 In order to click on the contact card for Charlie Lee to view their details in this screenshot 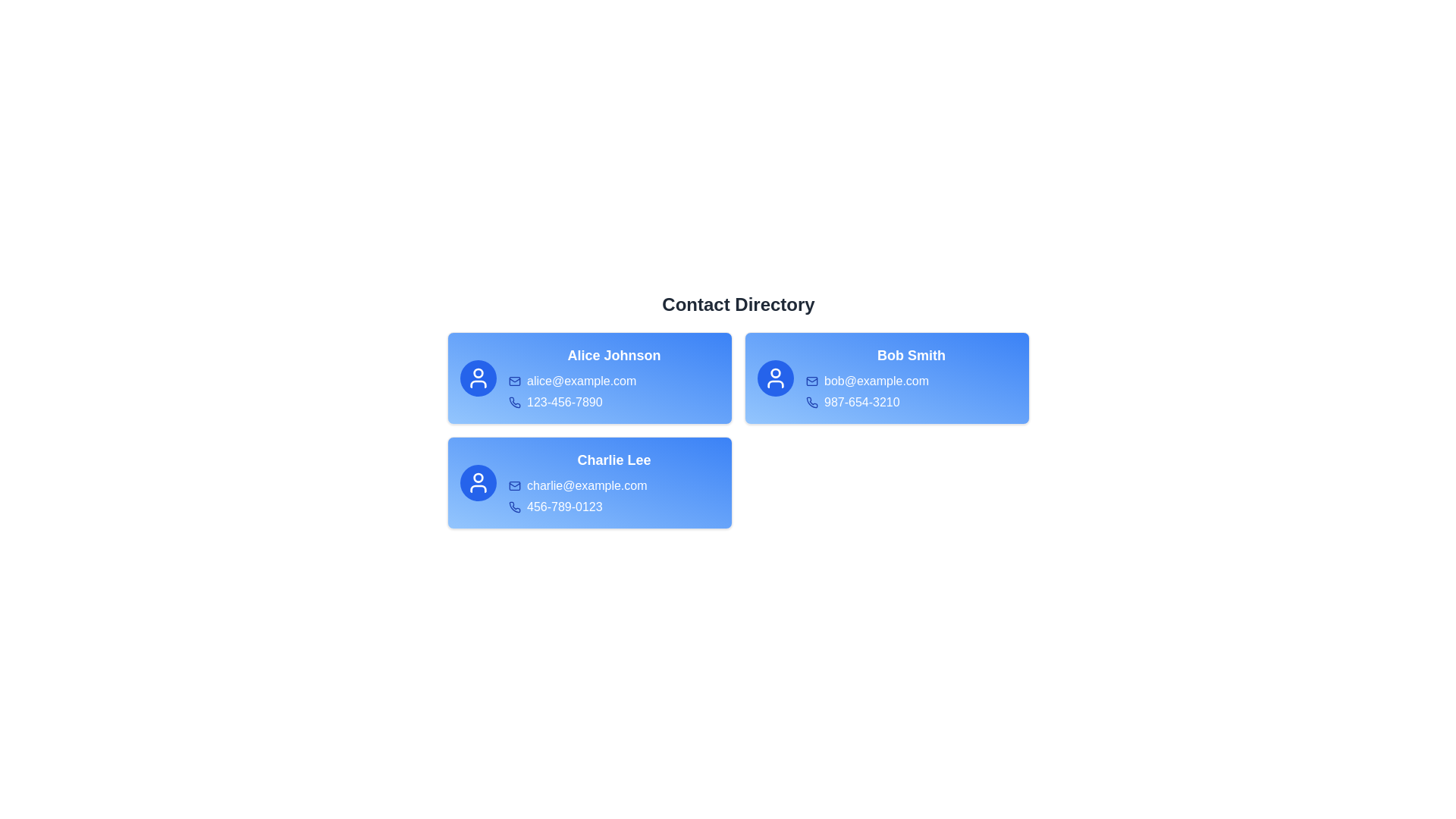, I will do `click(588, 482)`.